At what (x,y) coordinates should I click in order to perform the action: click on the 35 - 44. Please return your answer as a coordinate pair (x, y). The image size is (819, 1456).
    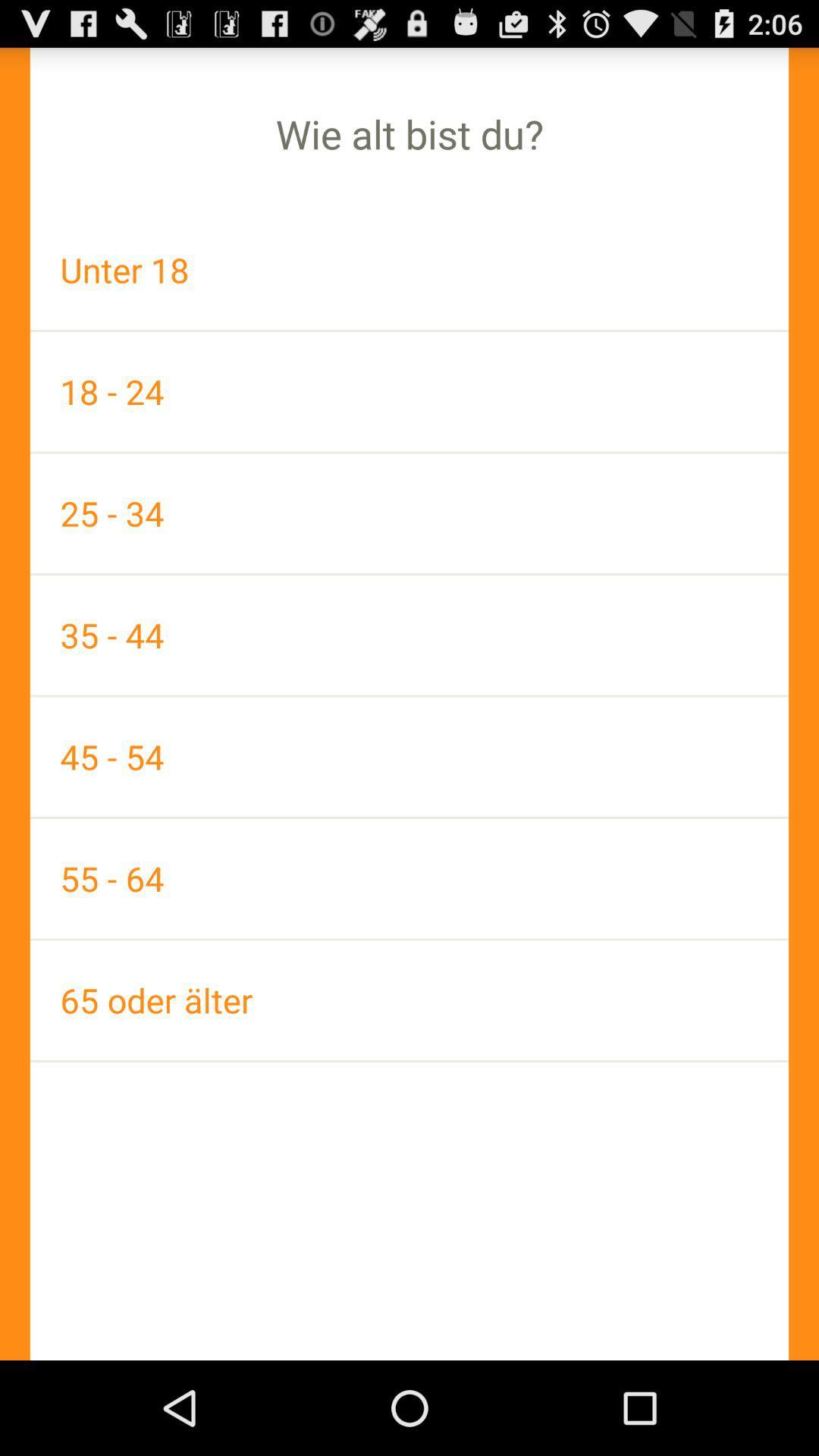
    Looking at the image, I should click on (409, 635).